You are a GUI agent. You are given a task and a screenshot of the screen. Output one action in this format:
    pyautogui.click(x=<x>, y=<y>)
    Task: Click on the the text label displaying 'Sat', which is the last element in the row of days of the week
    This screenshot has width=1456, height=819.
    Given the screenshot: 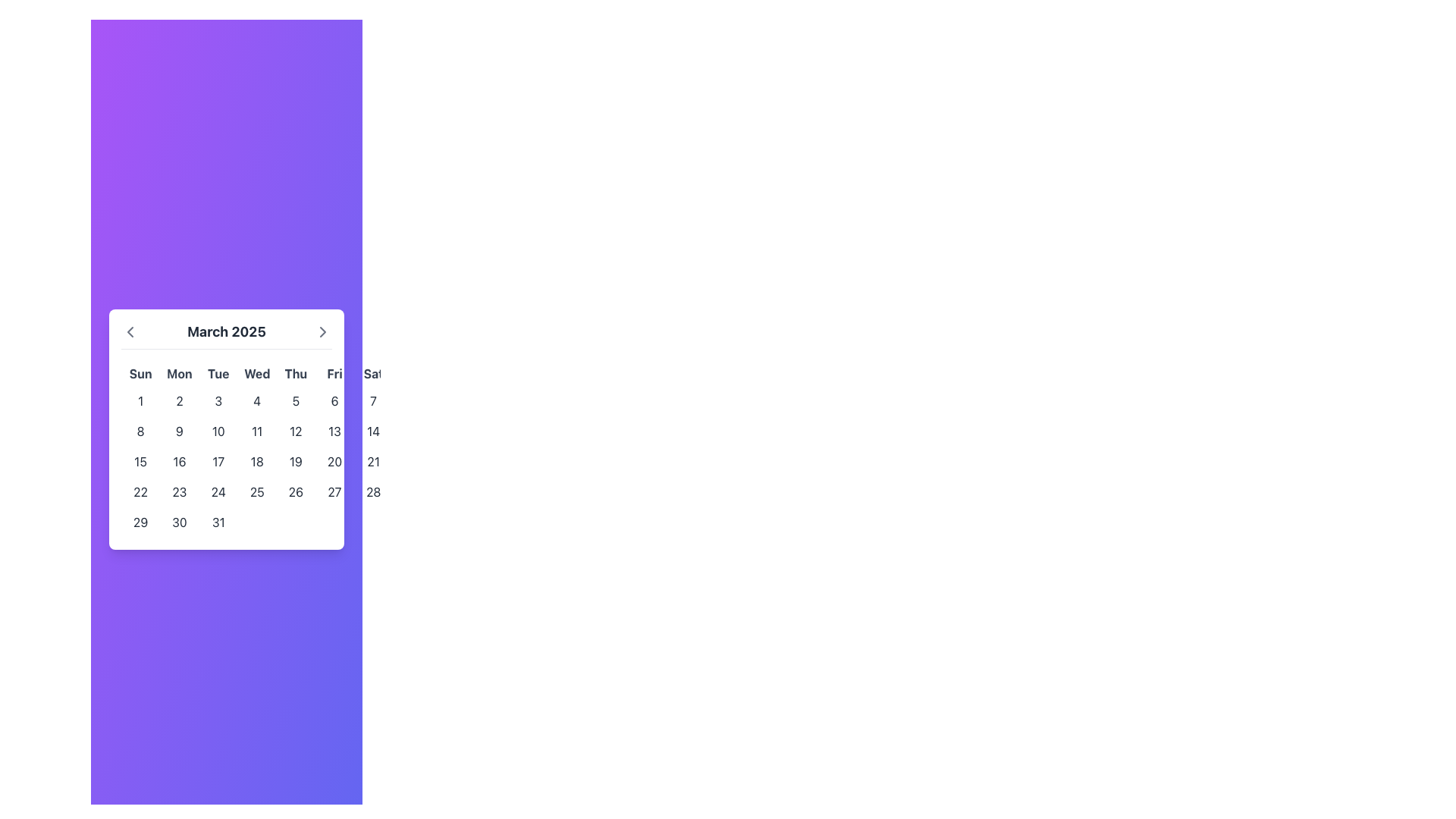 What is the action you would take?
    pyautogui.click(x=373, y=373)
    